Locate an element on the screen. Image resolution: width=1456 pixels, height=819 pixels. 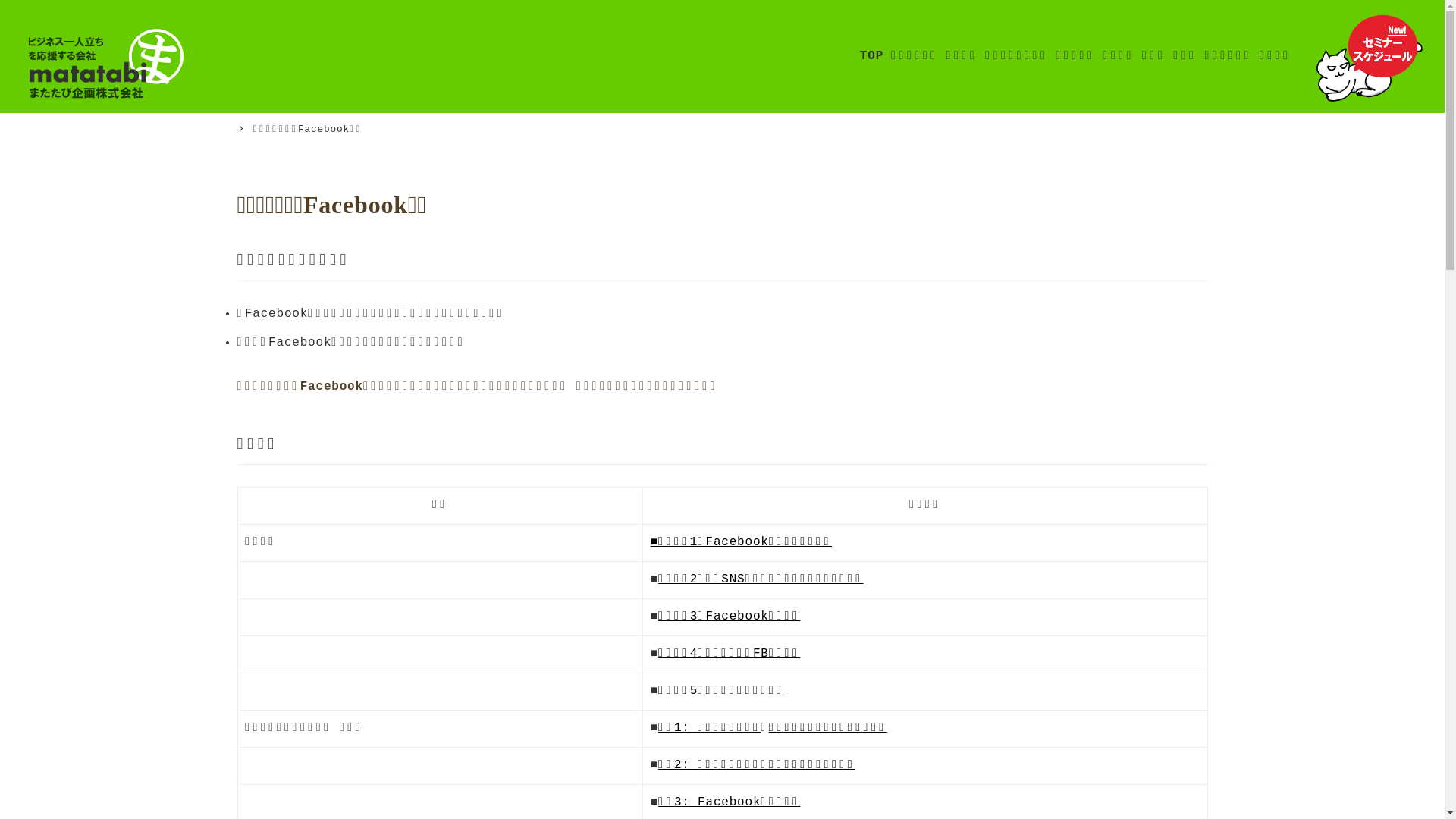
'TOP' is located at coordinates (871, 55).